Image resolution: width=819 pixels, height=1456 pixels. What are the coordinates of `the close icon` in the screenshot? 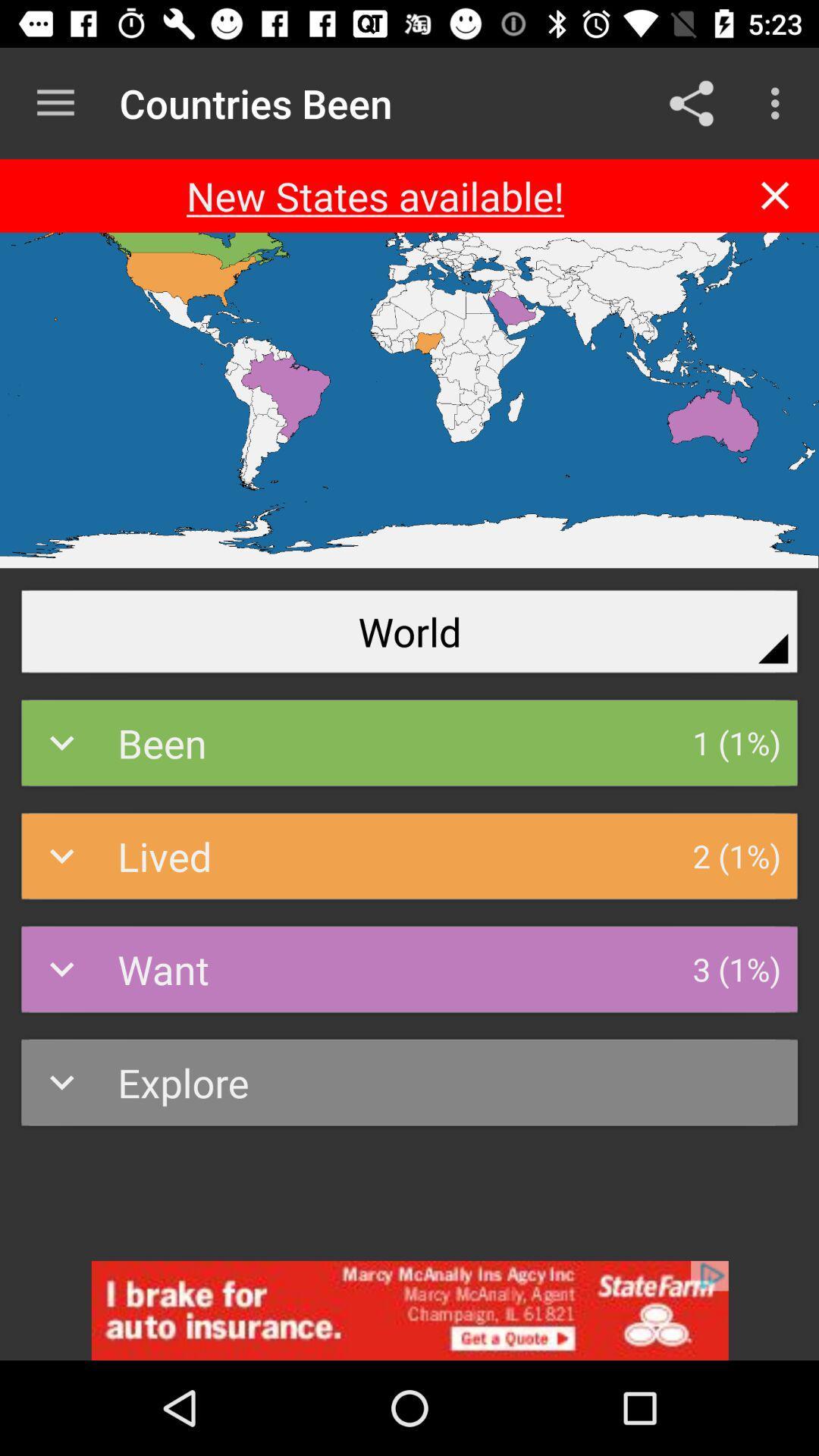 It's located at (775, 195).